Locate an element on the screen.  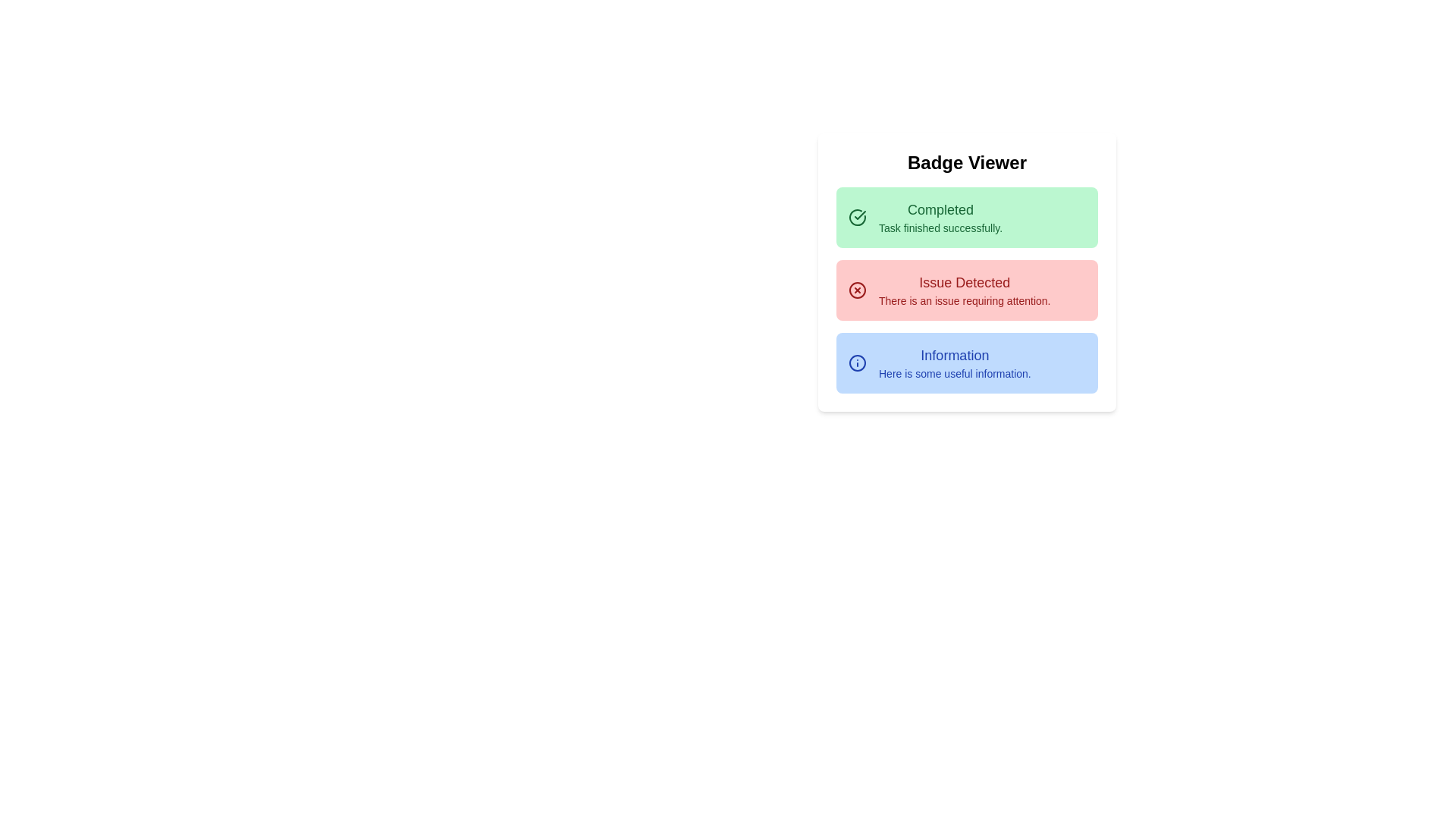
text from the Text Label located below the 'Issue Detected' header within the red shaded box in the 'Badge Viewer' is located at coordinates (964, 301).